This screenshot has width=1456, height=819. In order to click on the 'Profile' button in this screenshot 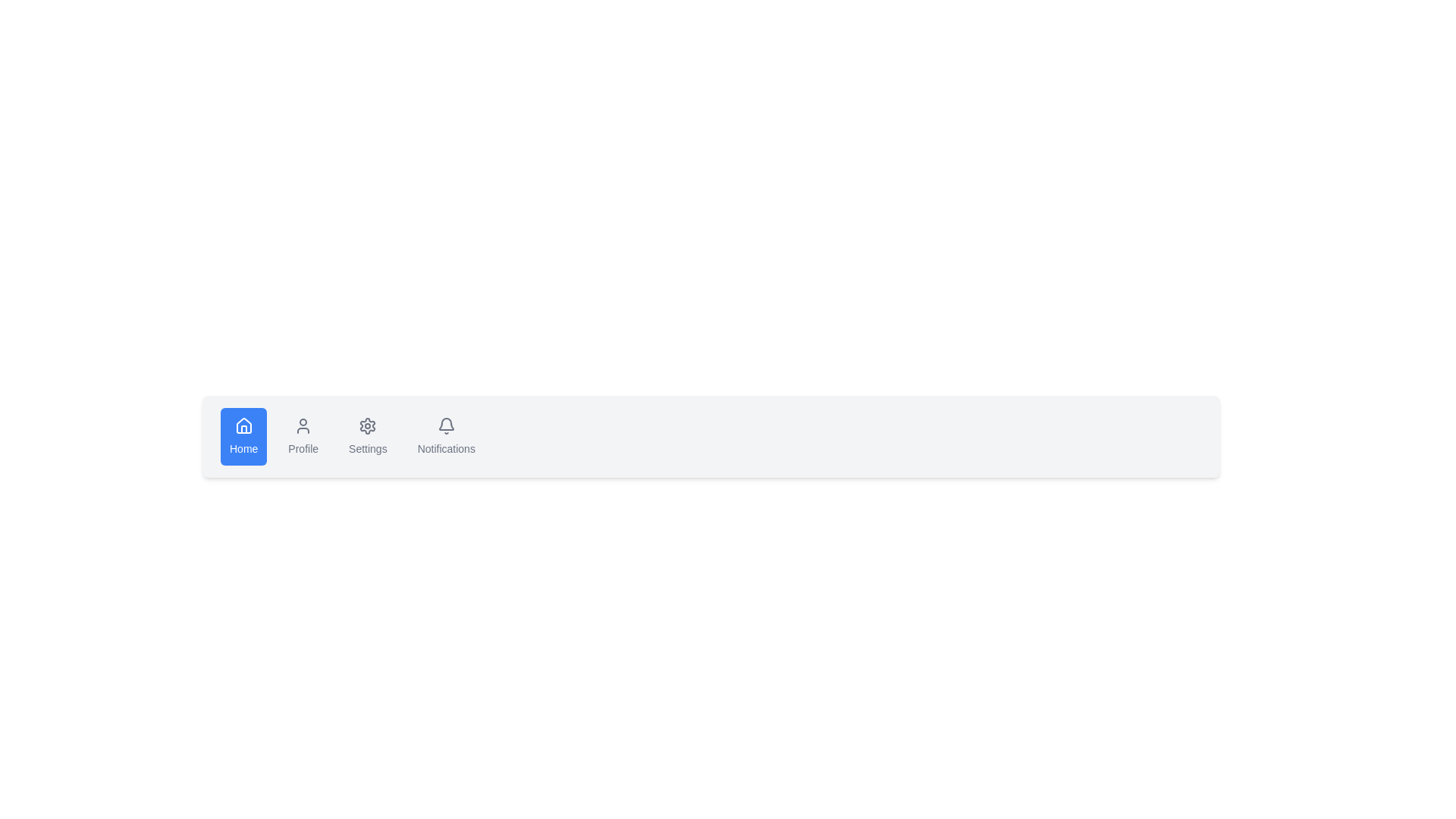, I will do `click(303, 436)`.